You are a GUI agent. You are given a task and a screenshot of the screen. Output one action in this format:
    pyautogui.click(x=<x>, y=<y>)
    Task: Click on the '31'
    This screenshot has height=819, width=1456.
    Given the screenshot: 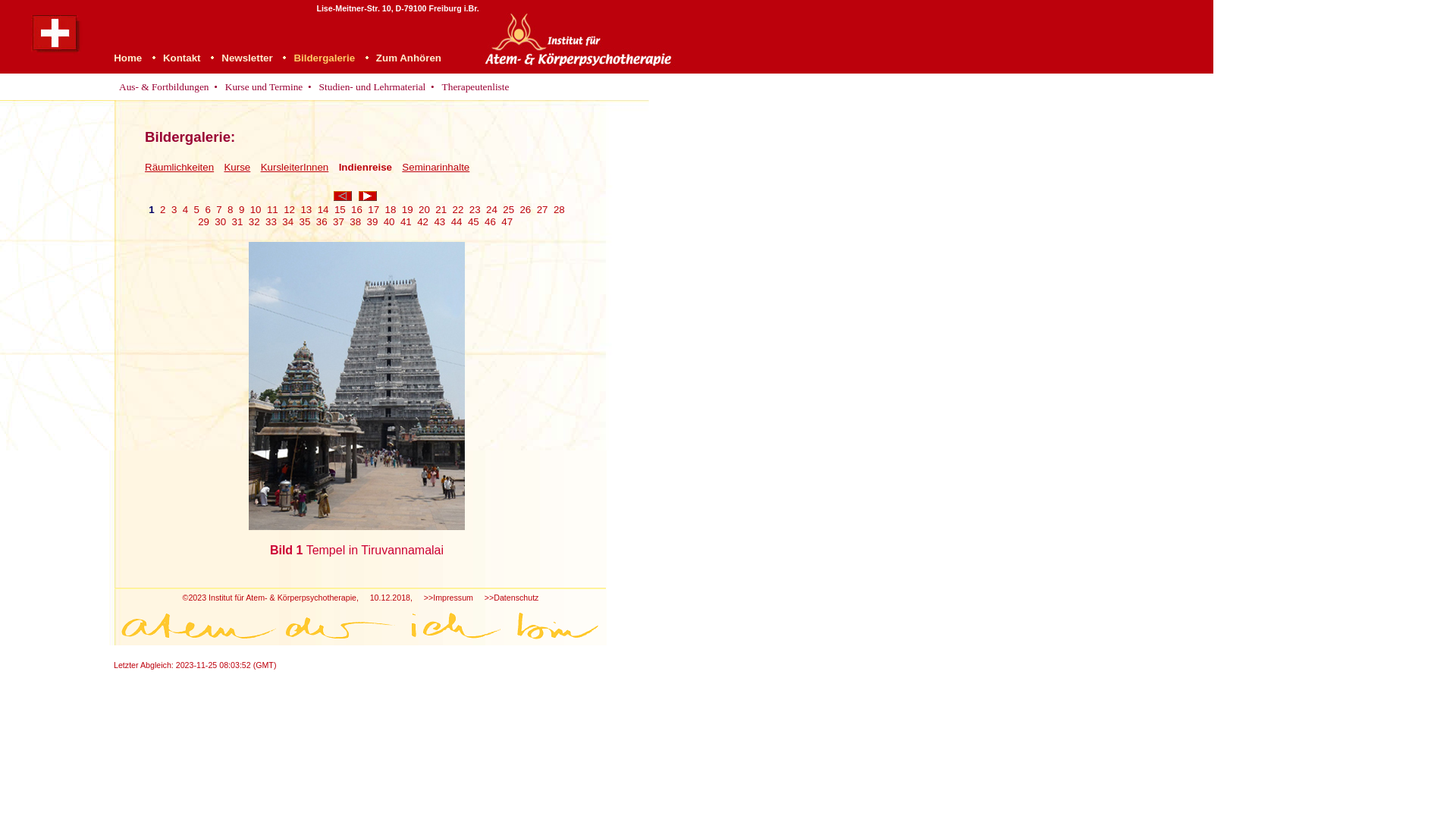 What is the action you would take?
    pyautogui.click(x=237, y=221)
    